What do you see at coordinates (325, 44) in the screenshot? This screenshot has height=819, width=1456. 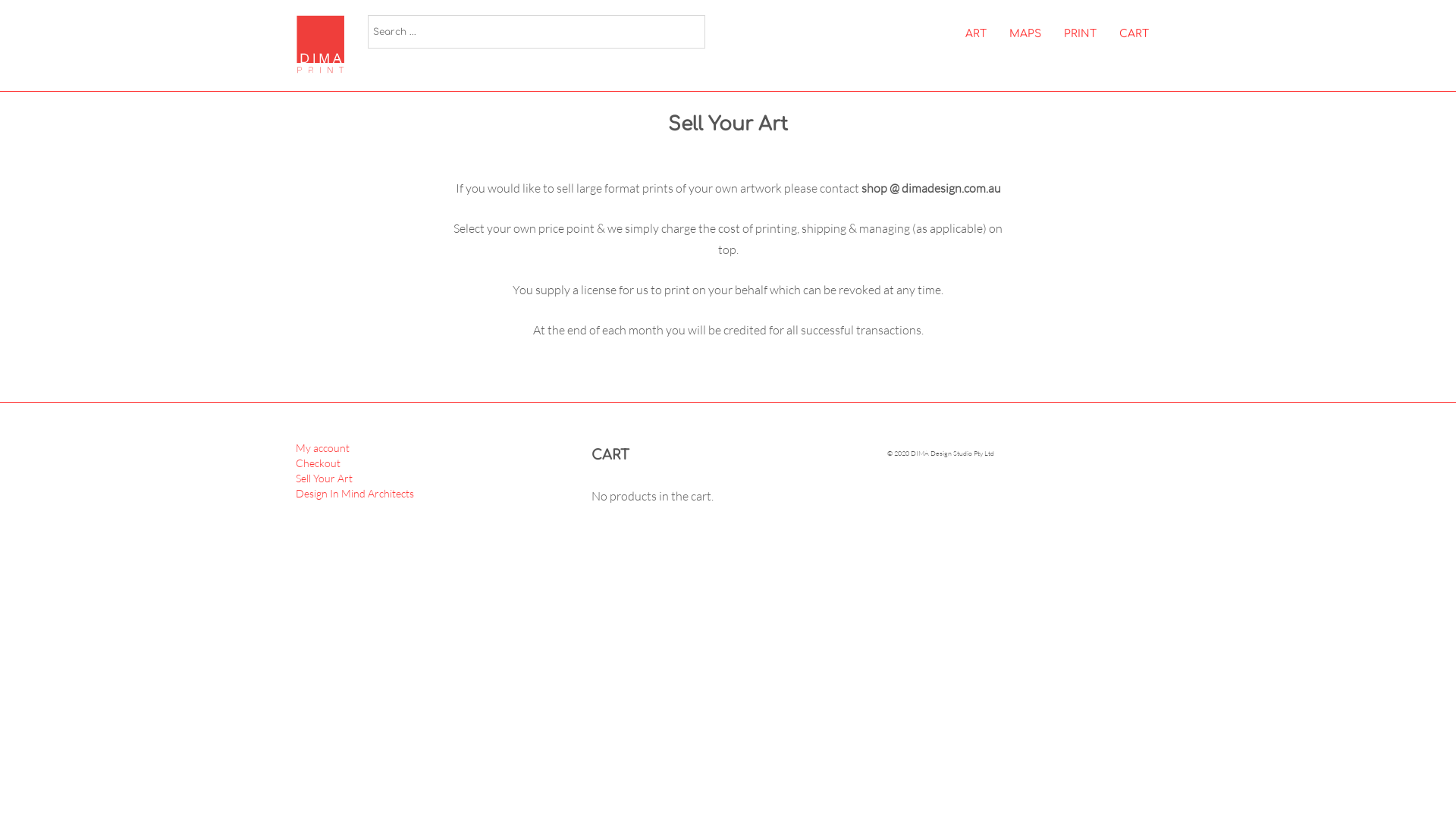 I see `'DIMA Print Shop'` at bounding box center [325, 44].